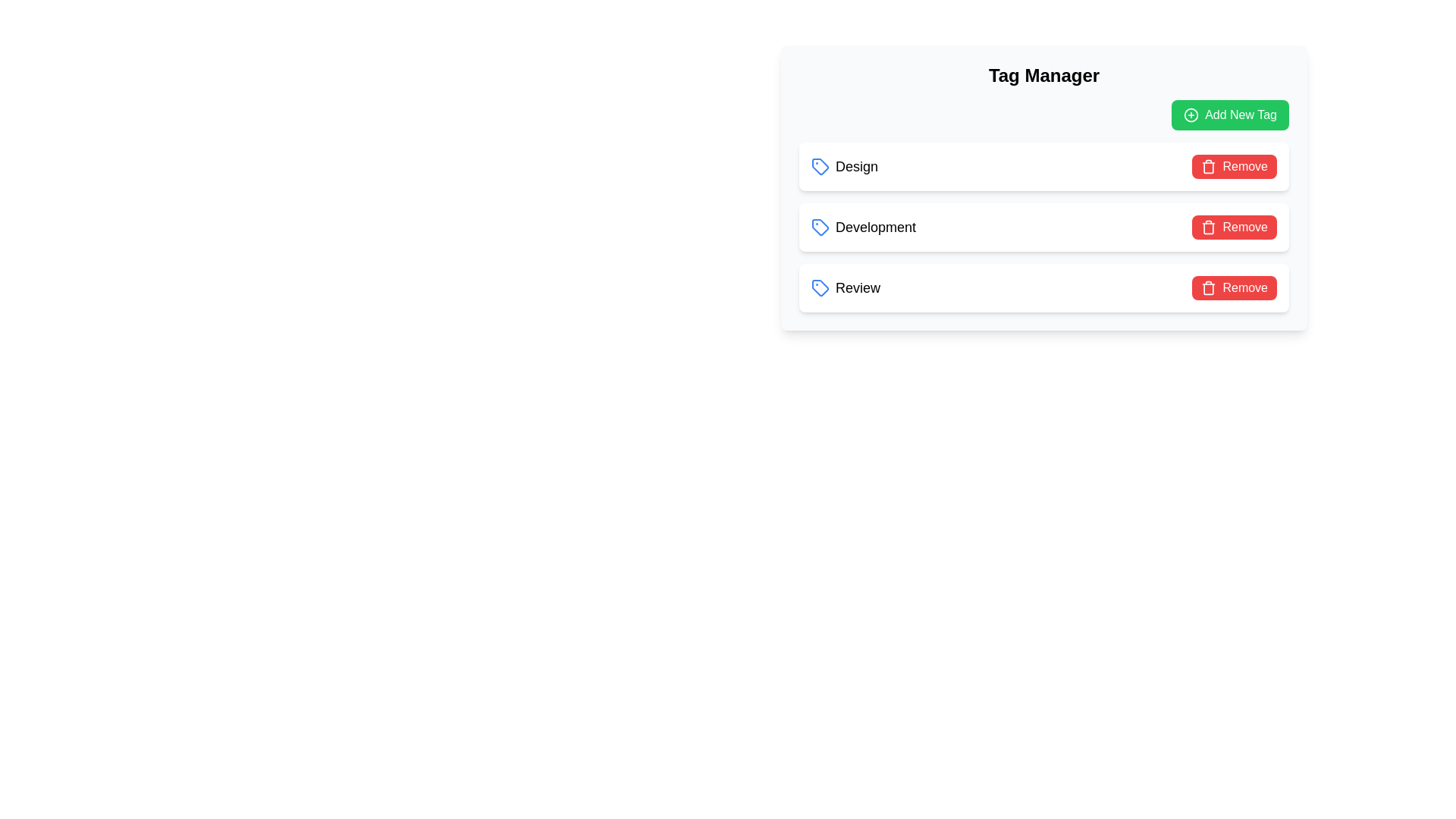  What do you see at coordinates (1235, 166) in the screenshot?
I see `the delete button located on the right side of the 'Design' label to initiate the removal of the associated item` at bounding box center [1235, 166].